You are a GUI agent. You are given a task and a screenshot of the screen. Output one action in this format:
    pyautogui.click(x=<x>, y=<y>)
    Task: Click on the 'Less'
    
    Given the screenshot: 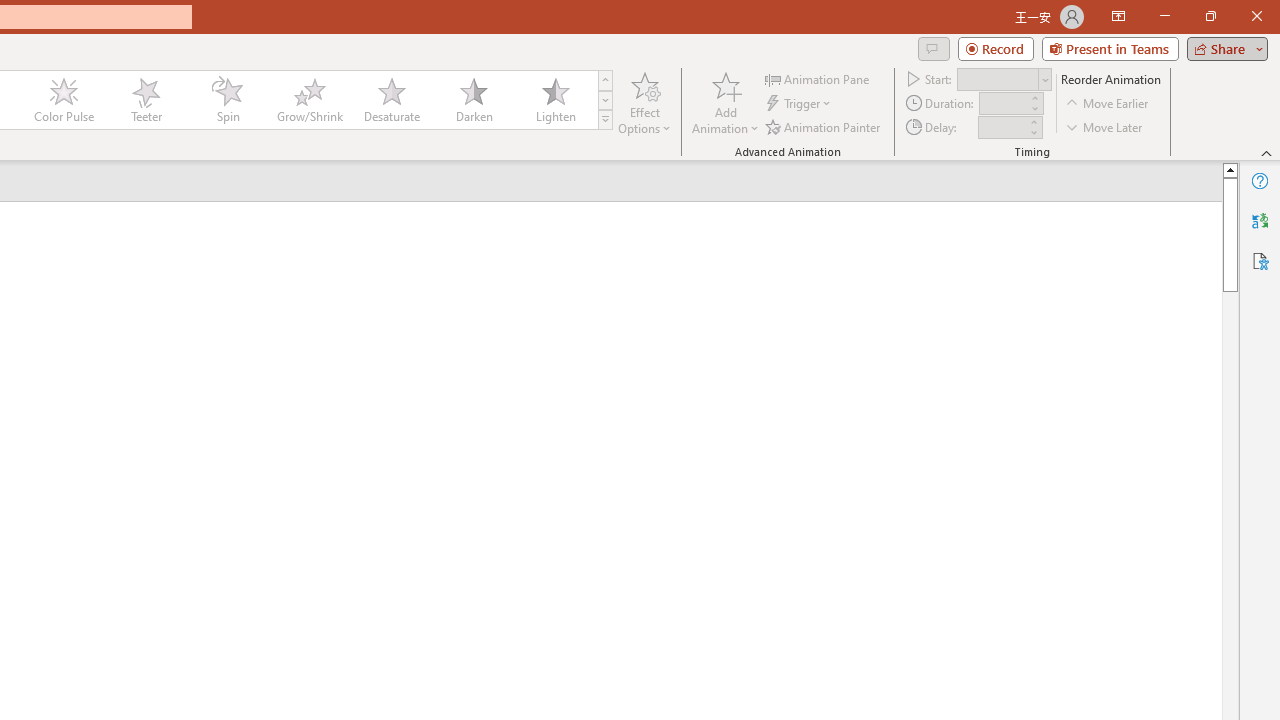 What is the action you would take?
    pyautogui.click(x=1033, y=132)
    